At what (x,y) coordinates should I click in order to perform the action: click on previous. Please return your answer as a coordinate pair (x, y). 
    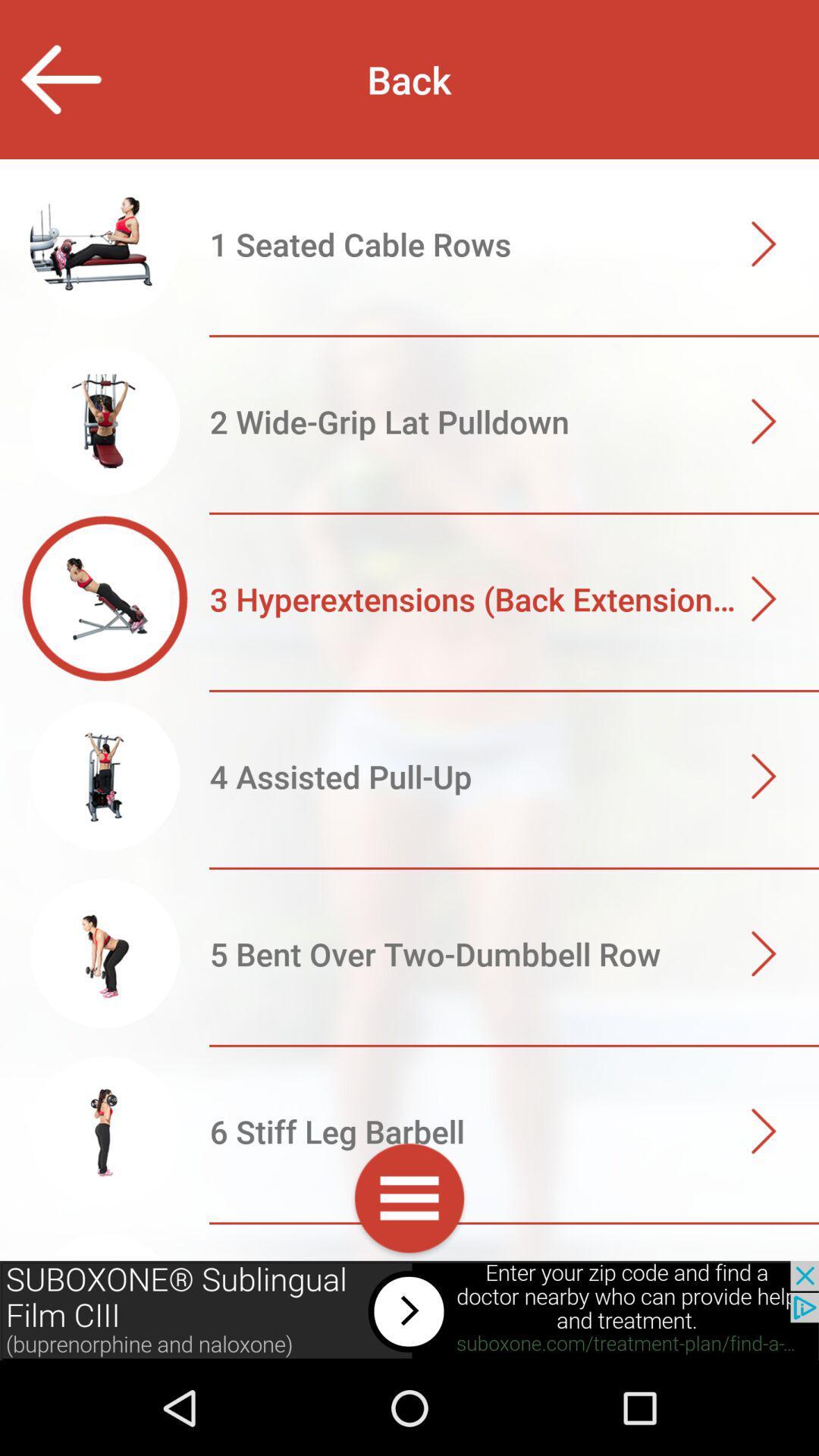
    Looking at the image, I should click on (59, 79).